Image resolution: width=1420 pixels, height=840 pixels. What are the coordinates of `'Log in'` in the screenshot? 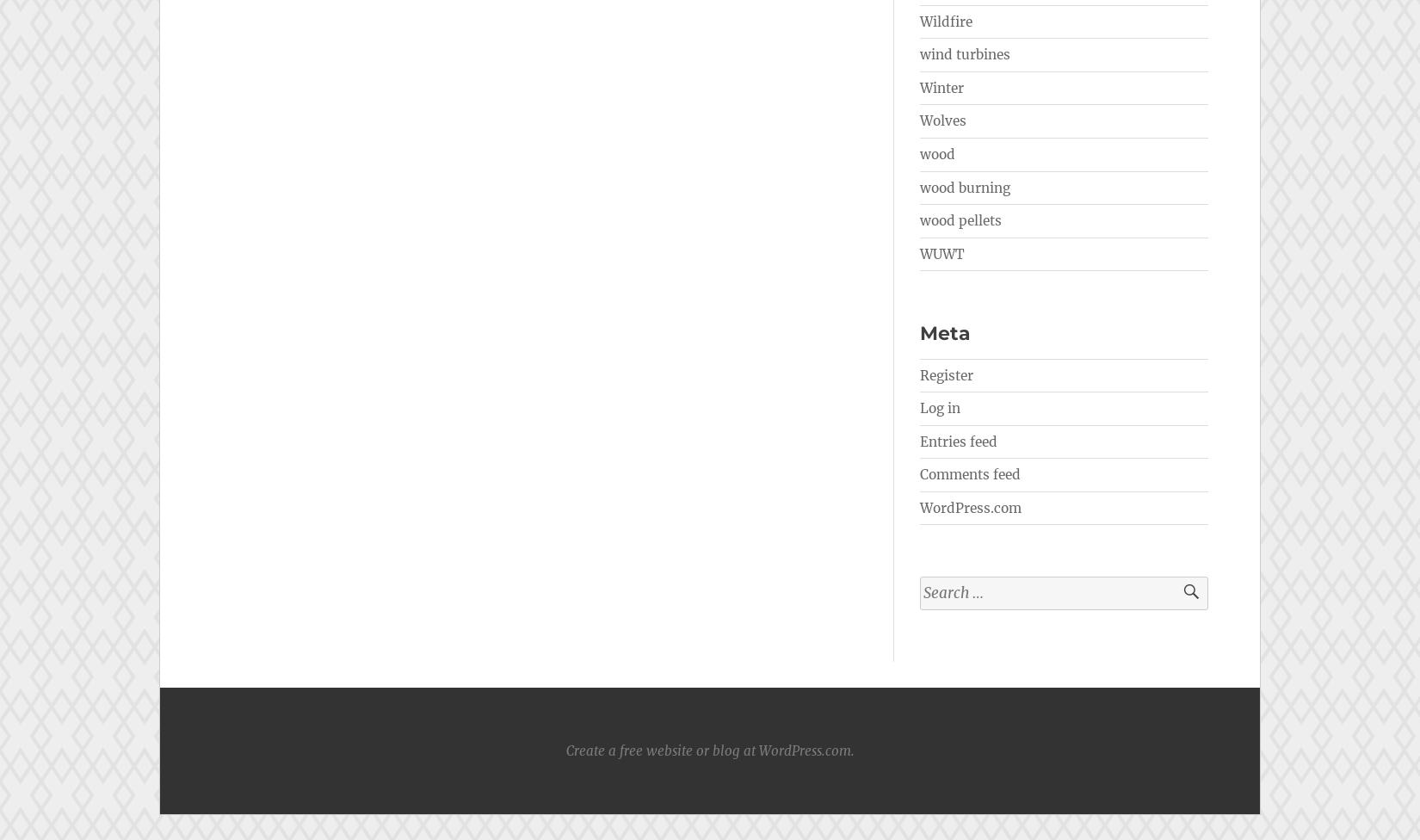 It's located at (940, 407).